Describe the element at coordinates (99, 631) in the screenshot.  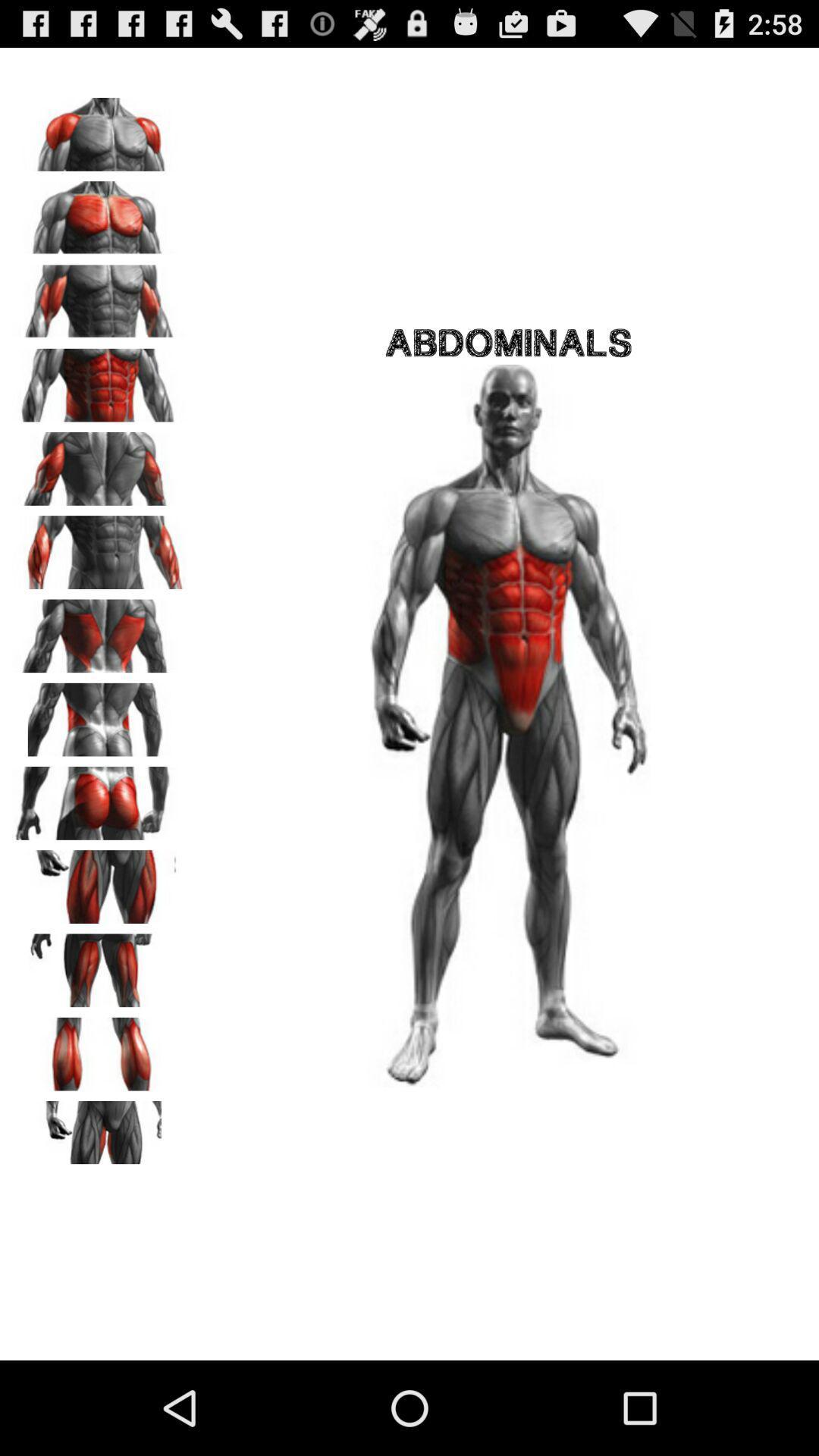
I see `change the view on the image` at that location.